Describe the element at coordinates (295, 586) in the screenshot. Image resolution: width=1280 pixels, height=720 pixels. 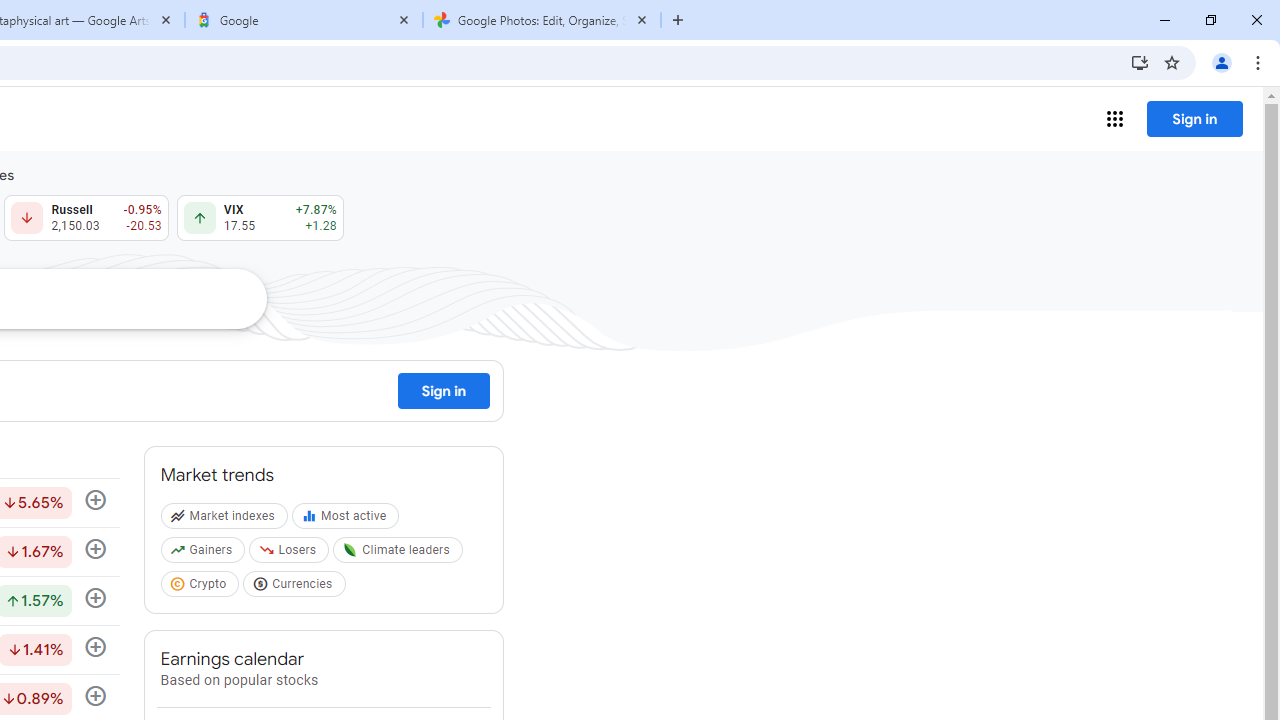
I see `'Currencies'` at that location.